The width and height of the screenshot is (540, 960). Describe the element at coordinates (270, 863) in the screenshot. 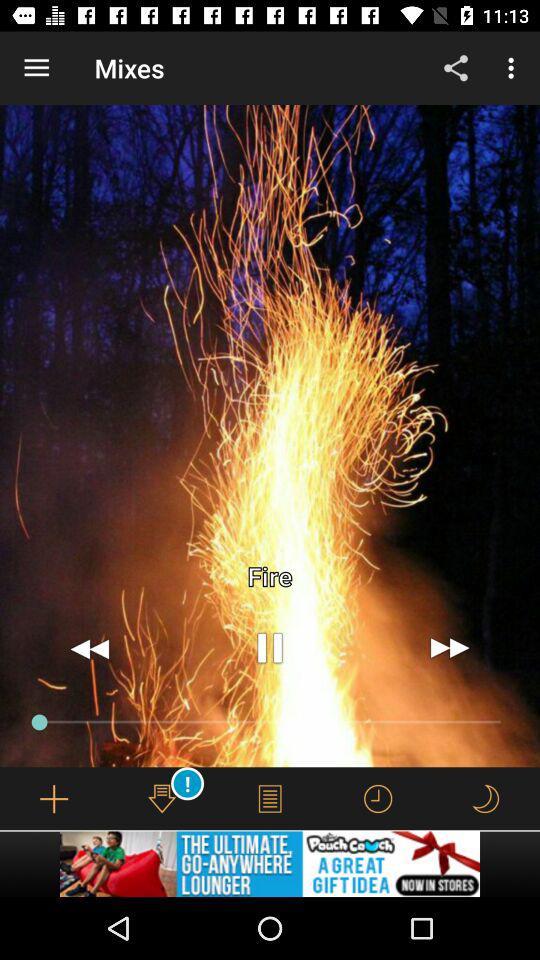

I see `advertisement for a product` at that location.